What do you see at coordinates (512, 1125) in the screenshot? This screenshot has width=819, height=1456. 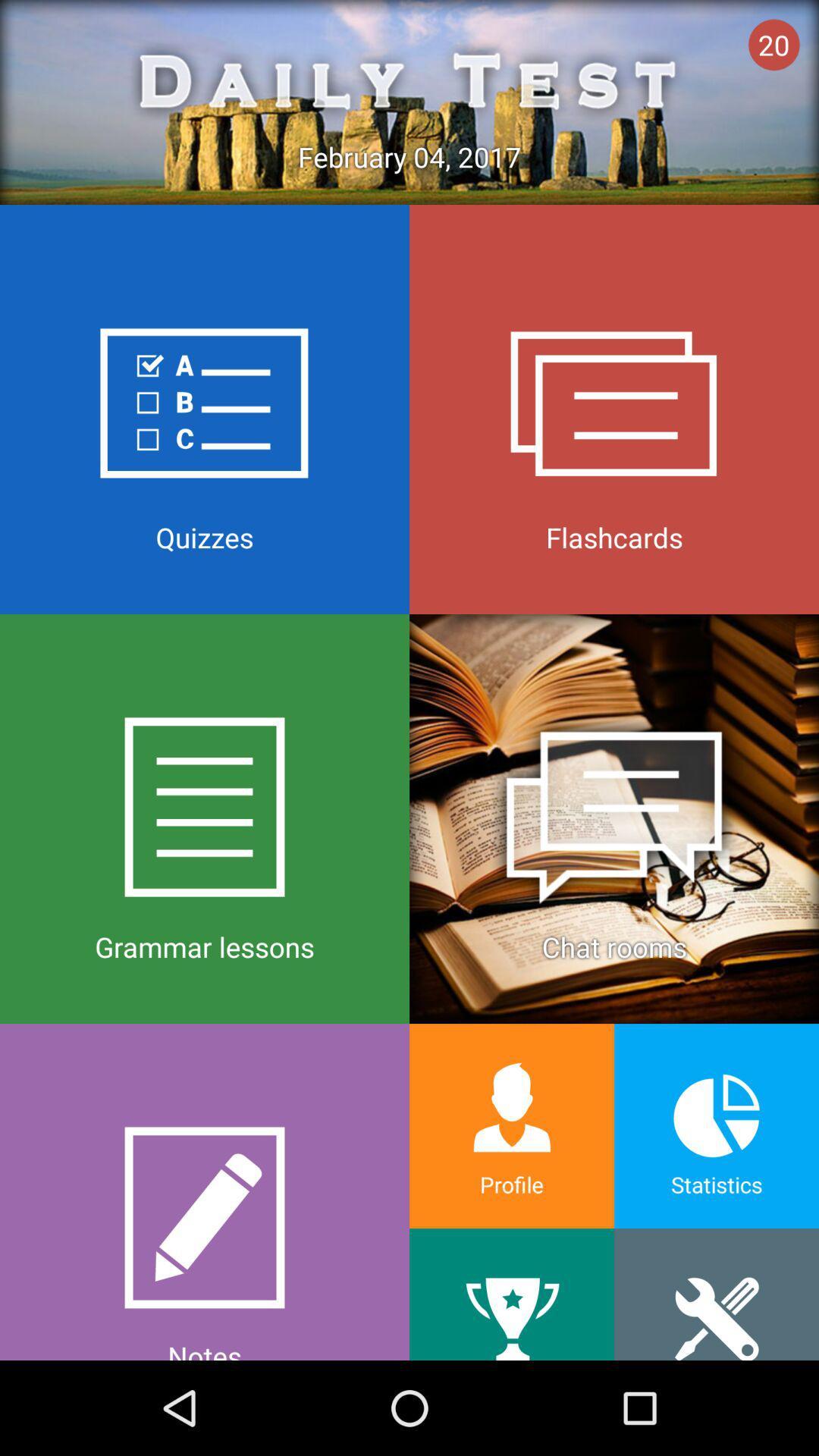 I see `profile on the left side of statistics` at bounding box center [512, 1125].